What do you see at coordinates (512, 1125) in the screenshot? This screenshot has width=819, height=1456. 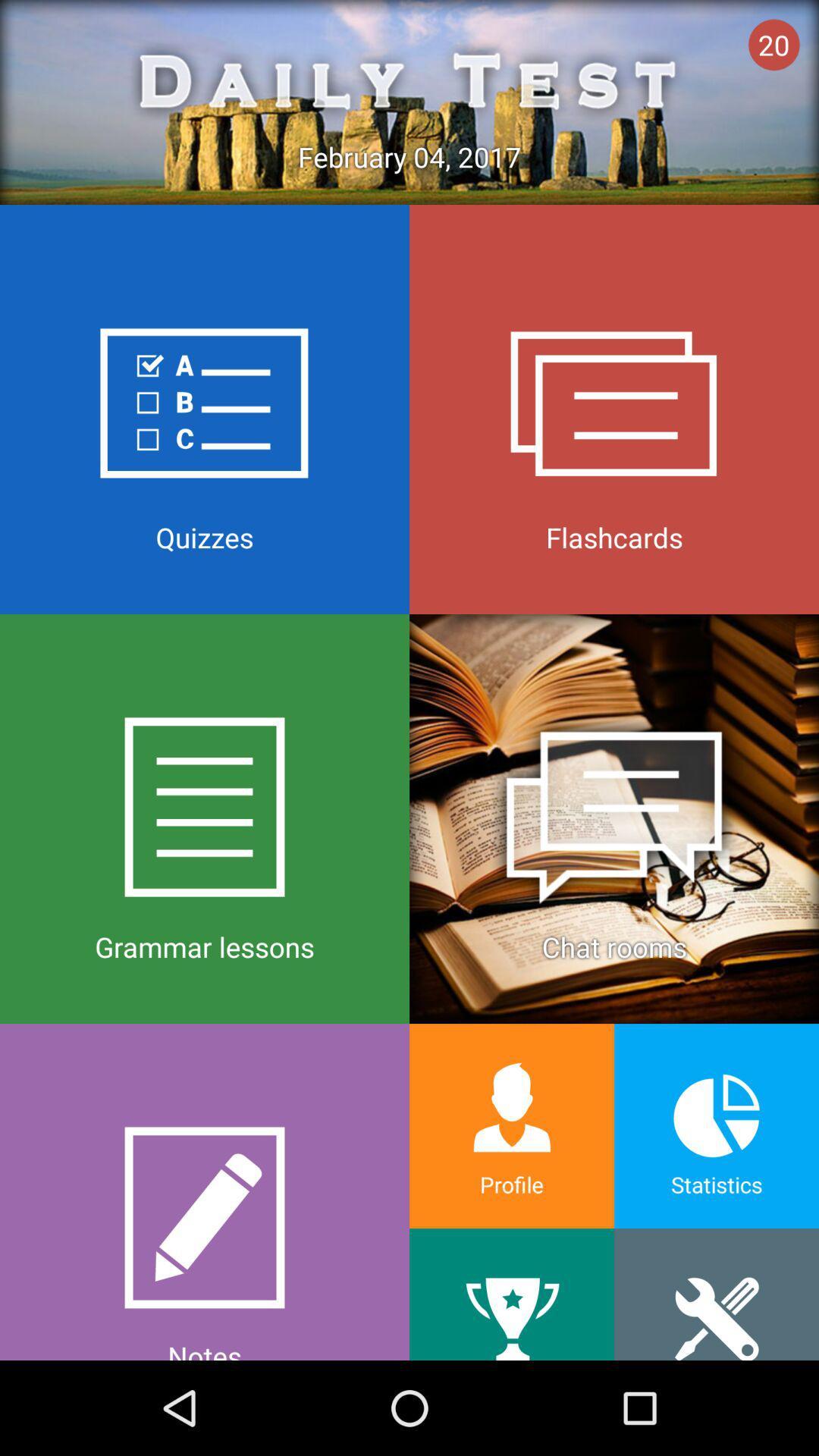 I see `profile on the left side of statistics` at bounding box center [512, 1125].